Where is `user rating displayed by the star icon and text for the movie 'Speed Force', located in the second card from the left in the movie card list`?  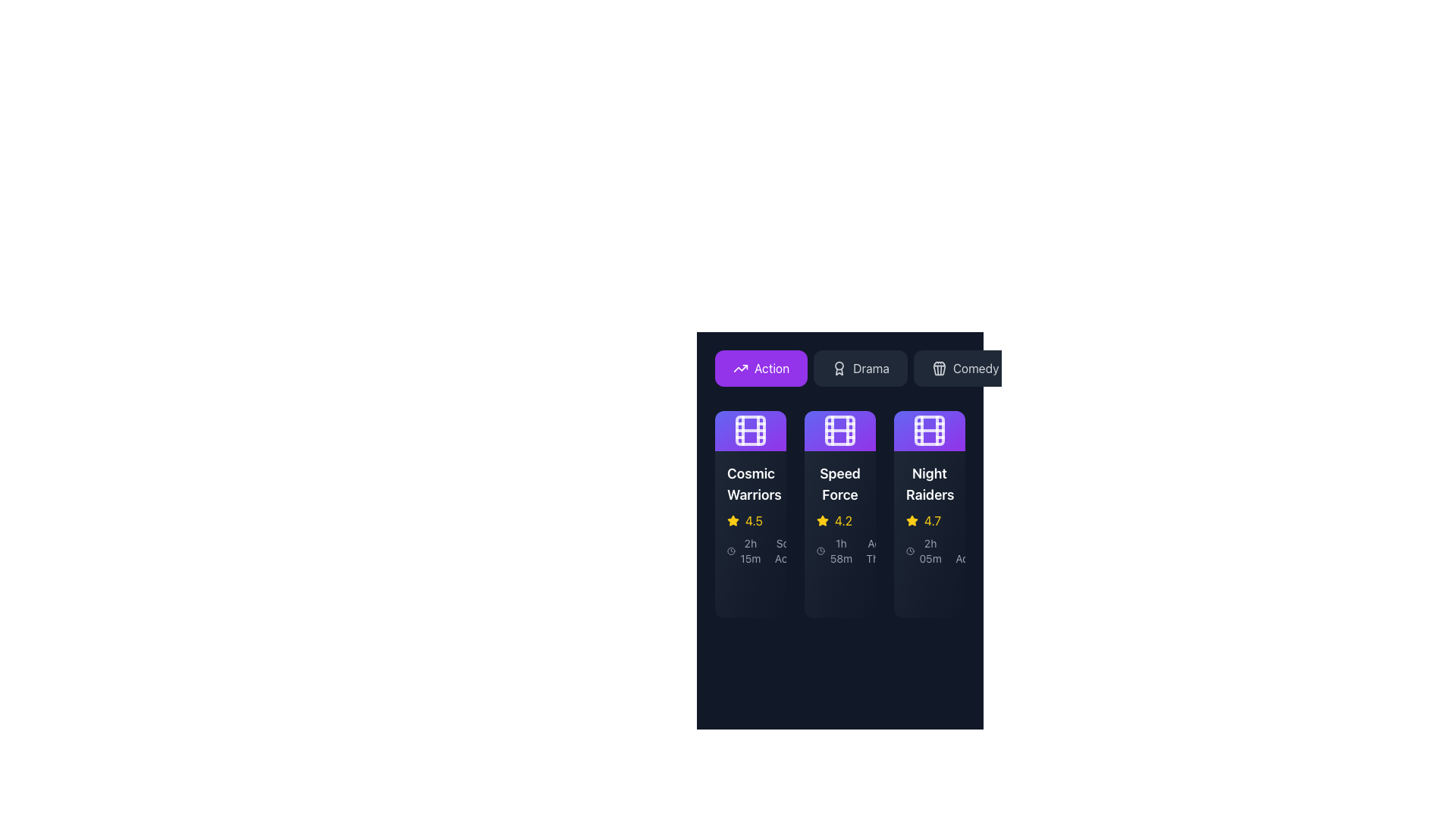 user rating displayed by the star icon and text for the movie 'Speed Force', located in the second card from the left in the movie card list is located at coordinates (839, 519).